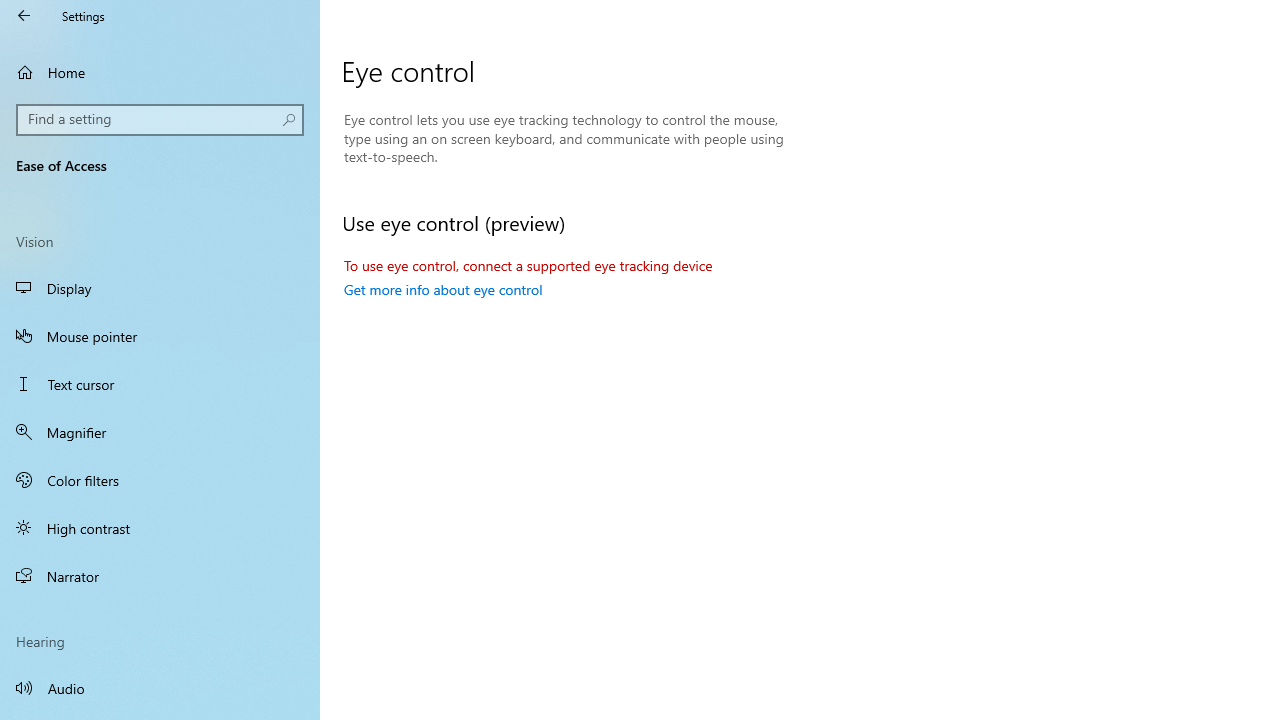 The width and height of the screenshot is (1280, 720). What do you see at coordinates (24, 15) in the screenshot?
I see `'Back'` at bounding box center [24, 15].